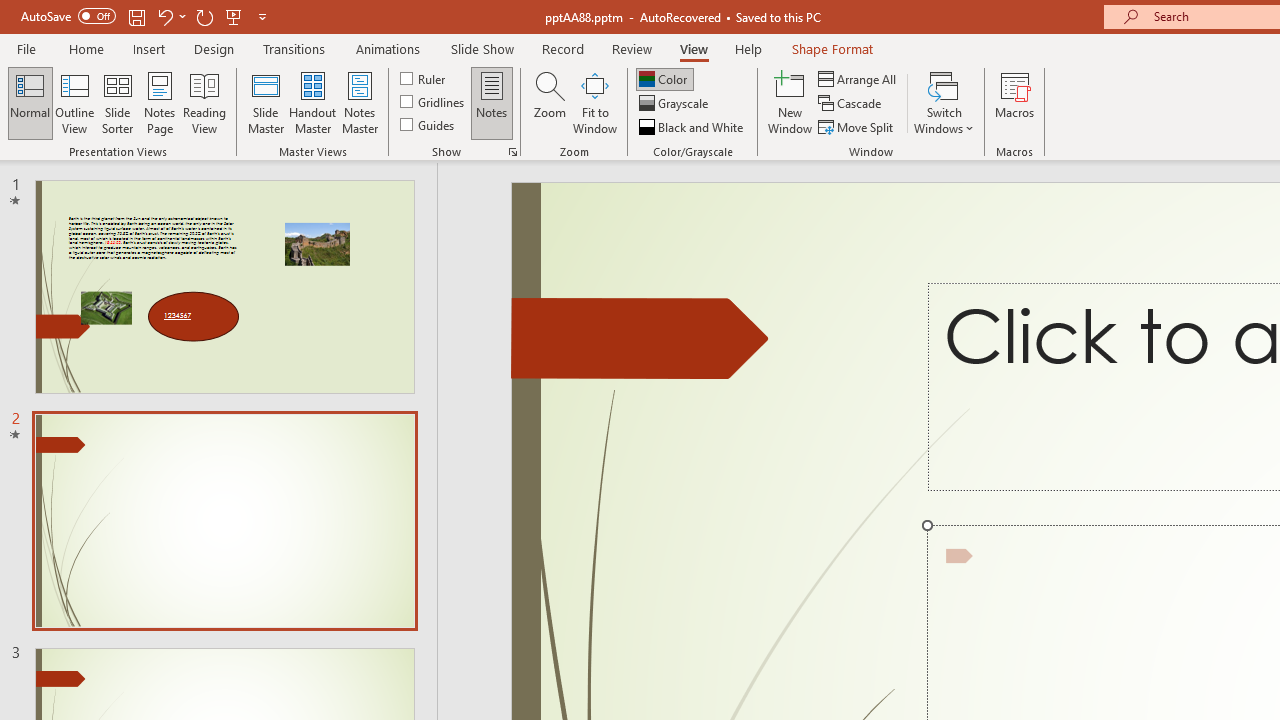 Image resolution: width=1280 pixels, height=720 pixels. Describe the element at coordinates (264, 103) in the screenshot. I see `'Slide Master'` at that location.